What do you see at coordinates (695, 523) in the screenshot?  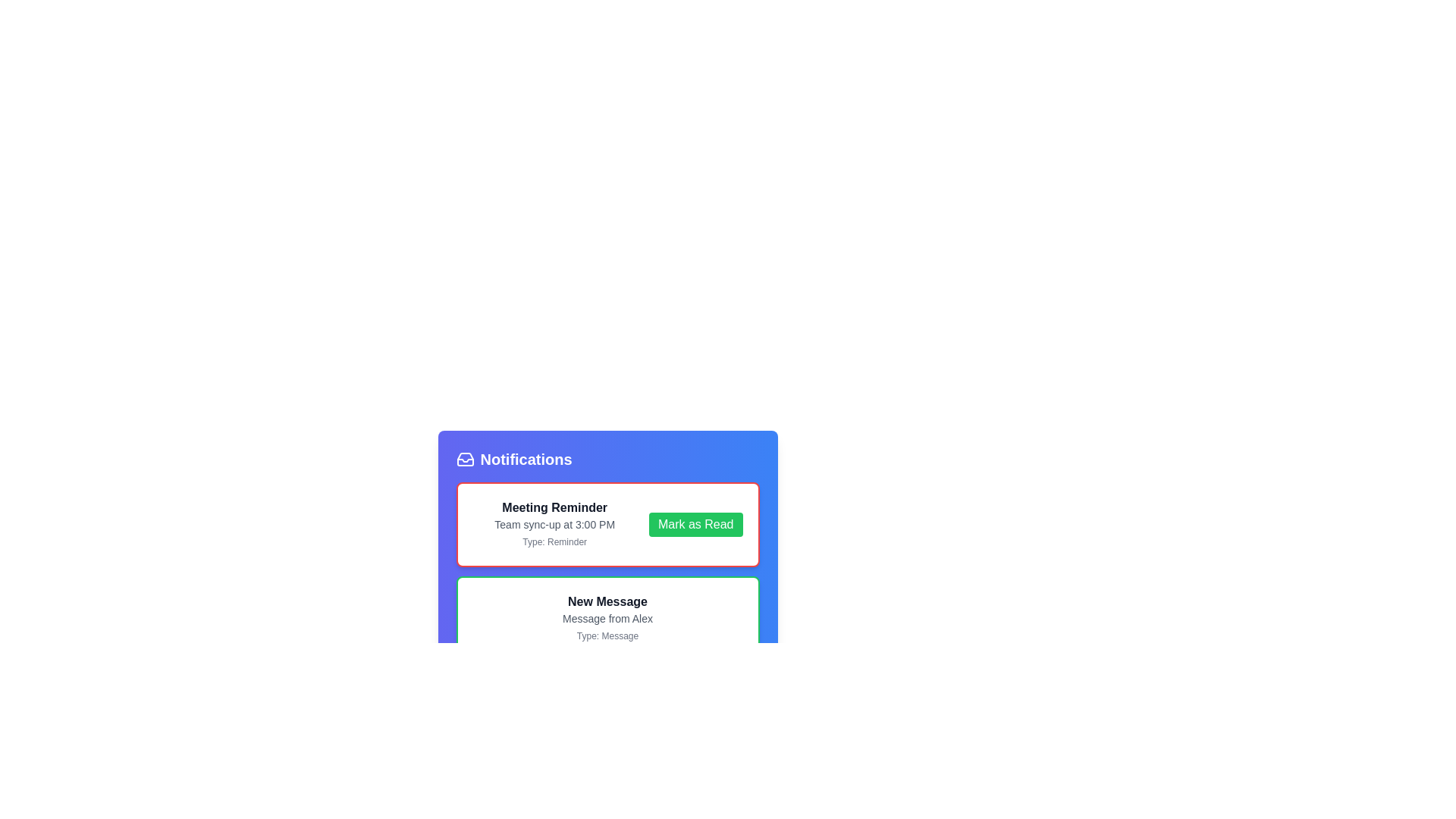 I see `the button that marks the associated notification as read` at bounding box center [695, 523].